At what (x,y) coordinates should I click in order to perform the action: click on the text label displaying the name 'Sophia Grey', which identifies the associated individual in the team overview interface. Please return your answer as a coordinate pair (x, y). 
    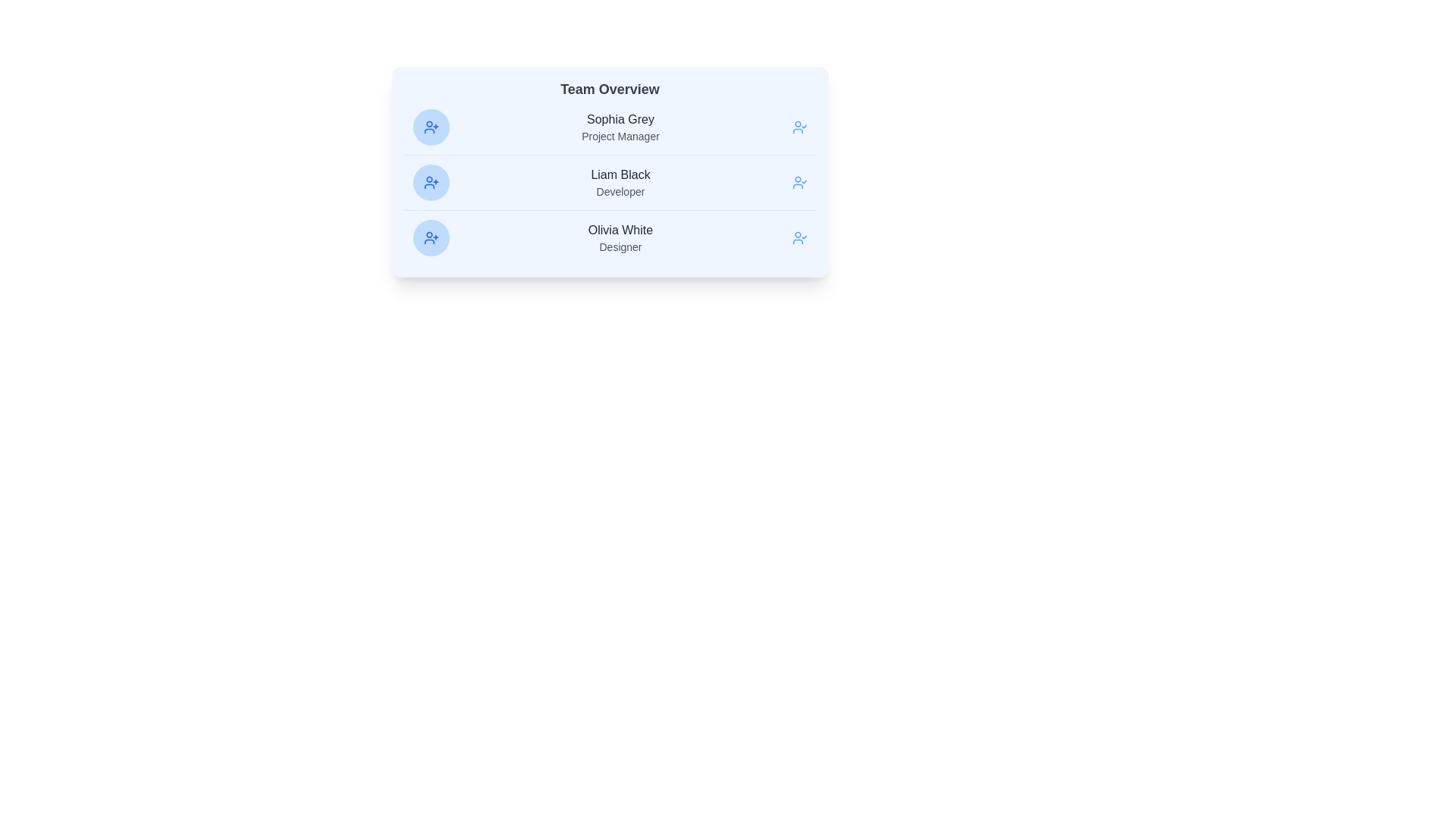
    Looking at the image, I should click on (620, 119).